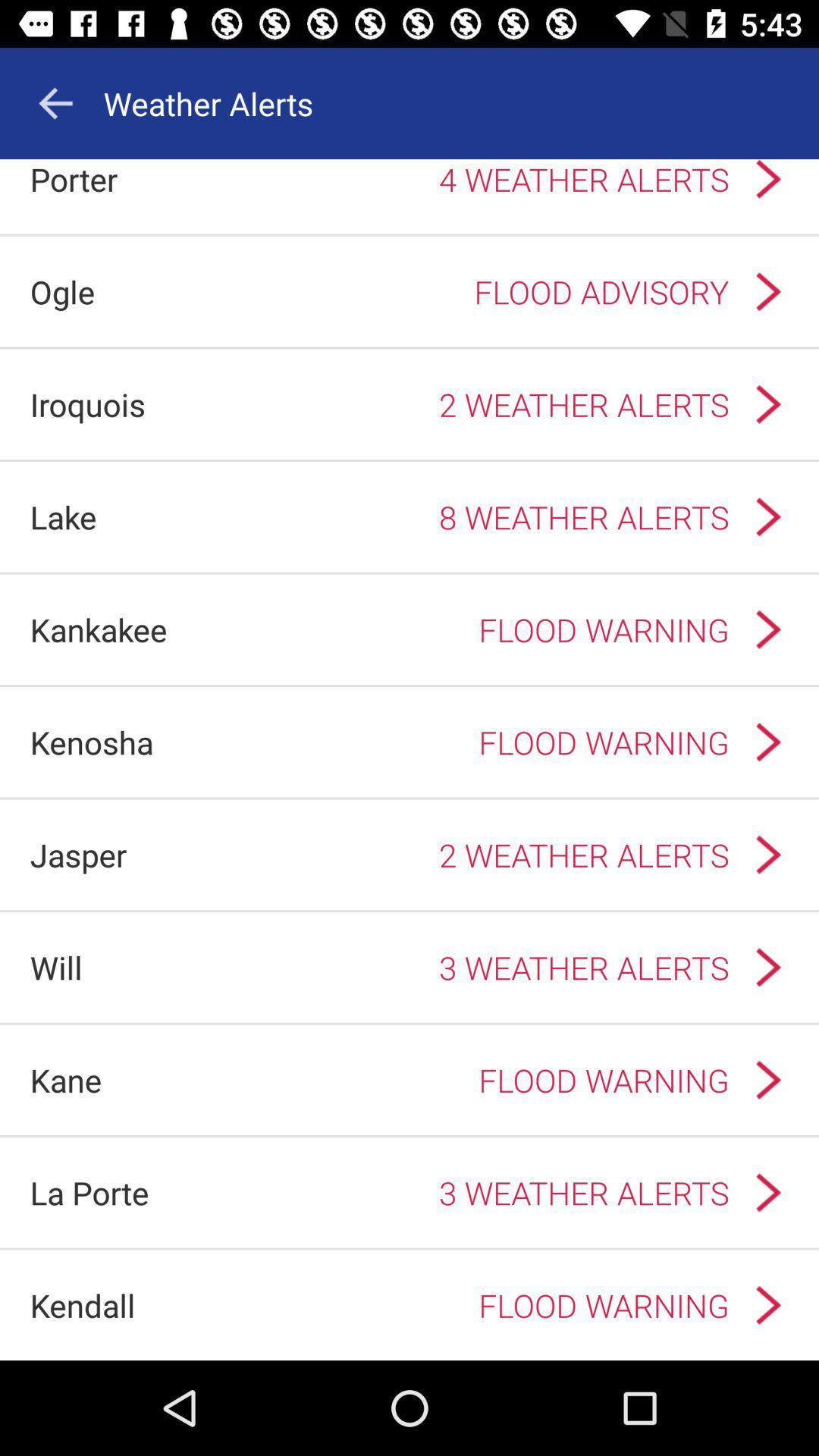  I want to click on the app to the left of weather alerts icon, so click(55, 102).